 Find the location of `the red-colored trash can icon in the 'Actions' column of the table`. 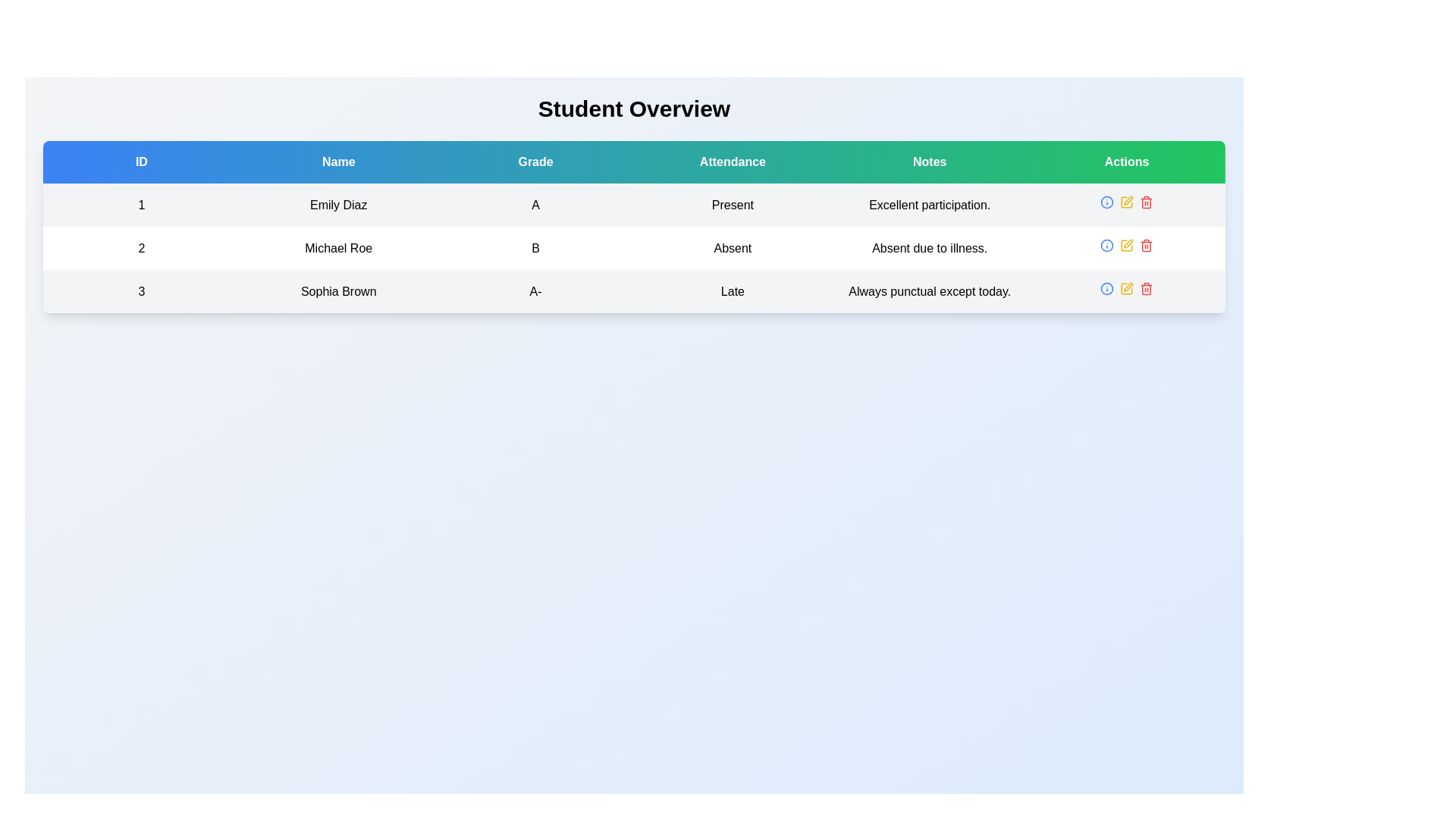

the red-colored trash can icon in the 'Actions' column of the table is located at coordinates (1147, 289).